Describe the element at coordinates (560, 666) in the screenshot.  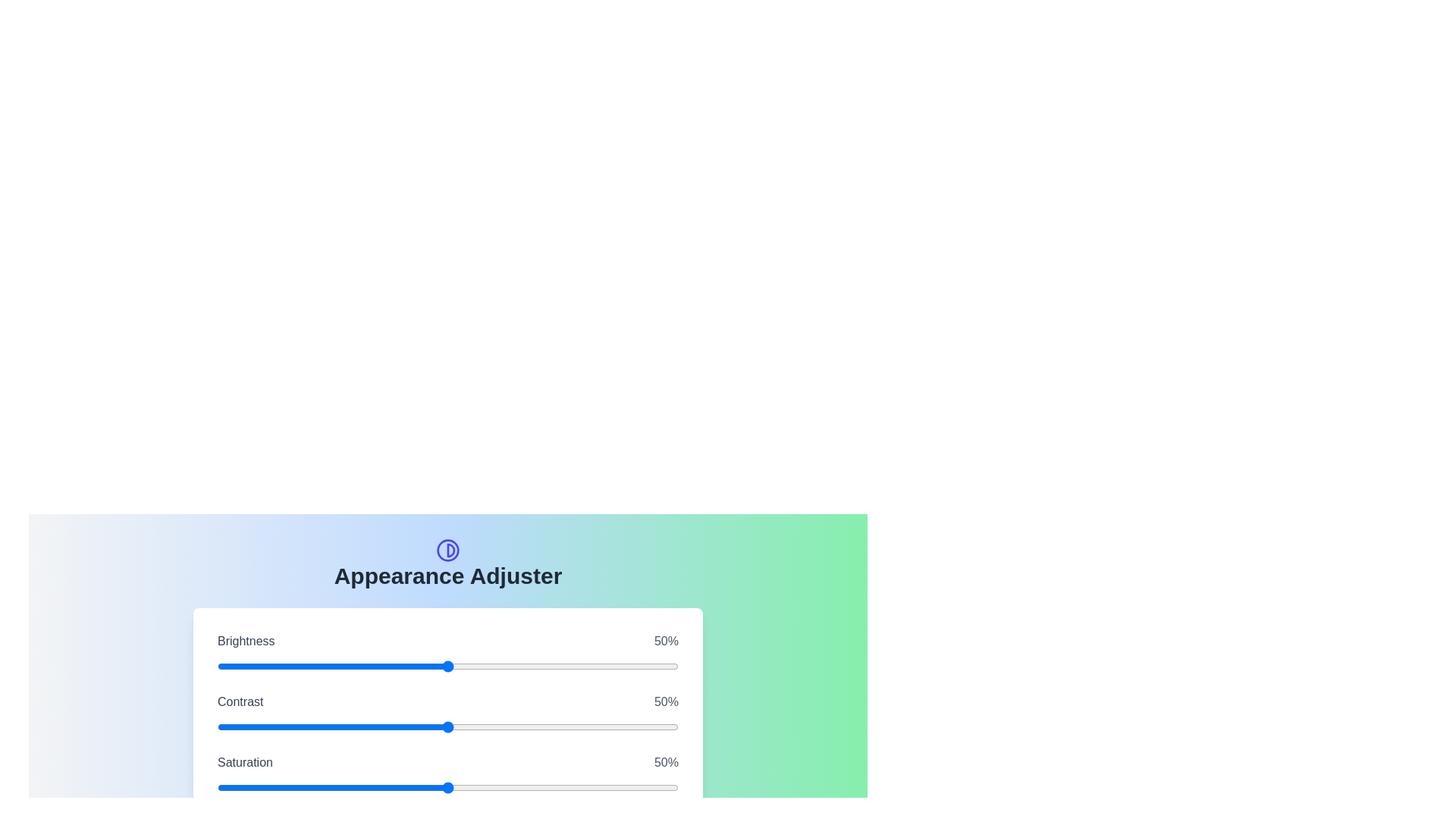
I see `the 0 slider to 49%` at that location.